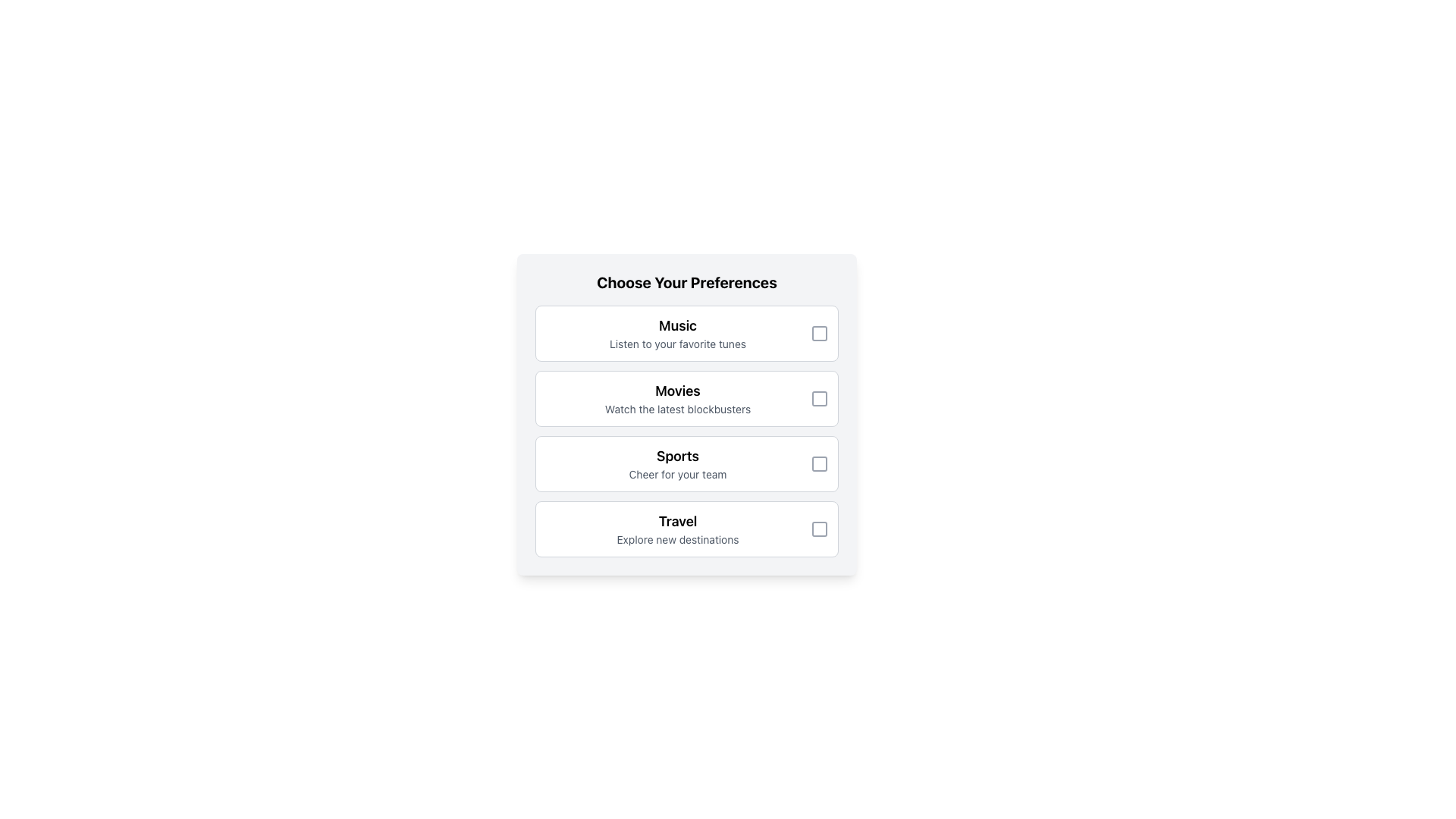 The width and height of the screenshot is (1456, 819). Describe the element at coordinates (676, 391) in the screenshot. I see `the title text element that serves as a header for the section, located above the description text 'Watch the latest blockbusters.'` at that location.